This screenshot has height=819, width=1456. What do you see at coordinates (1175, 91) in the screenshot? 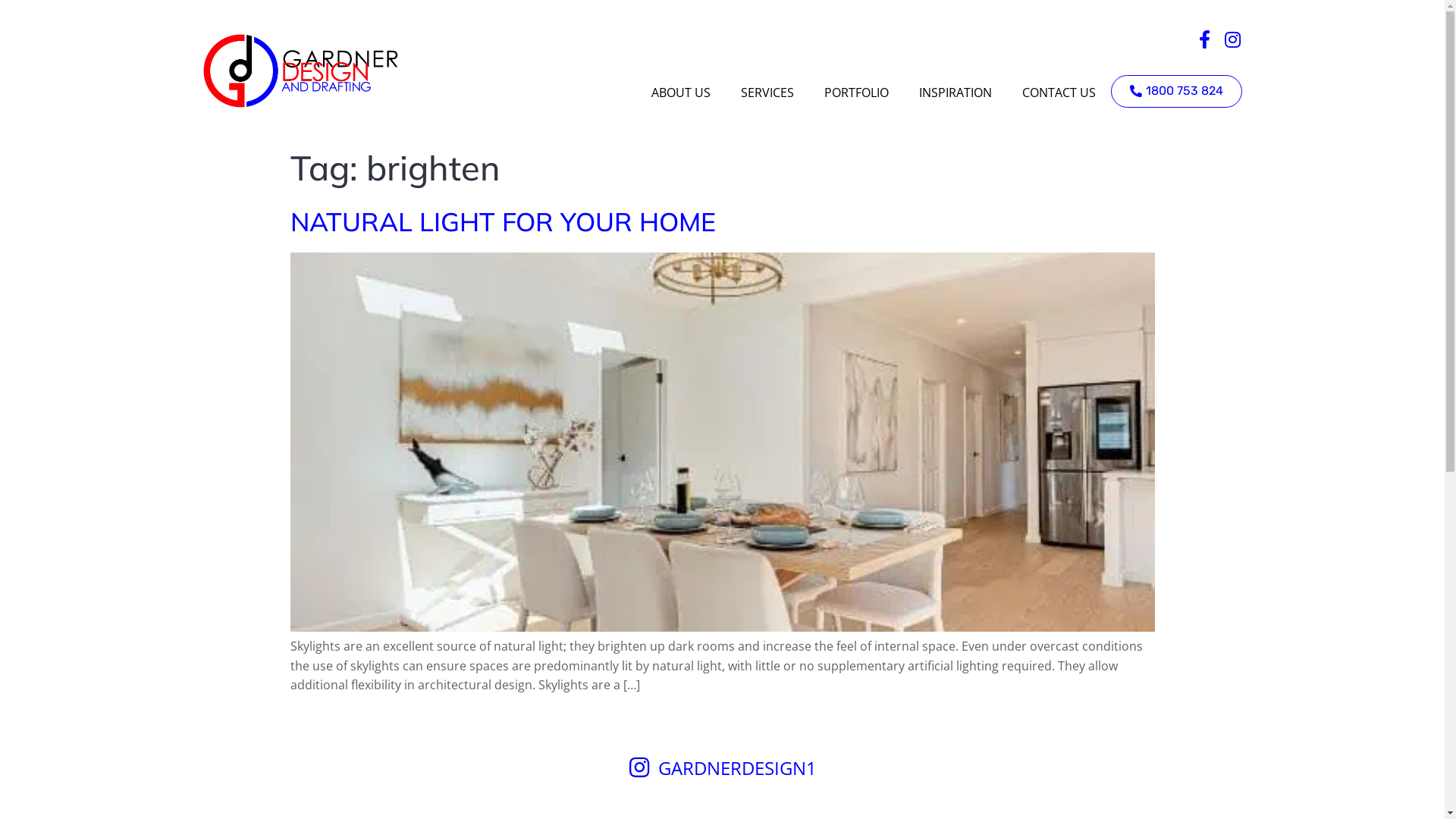
I see `'1800 753 824'` at bounding box center [1175, 91].